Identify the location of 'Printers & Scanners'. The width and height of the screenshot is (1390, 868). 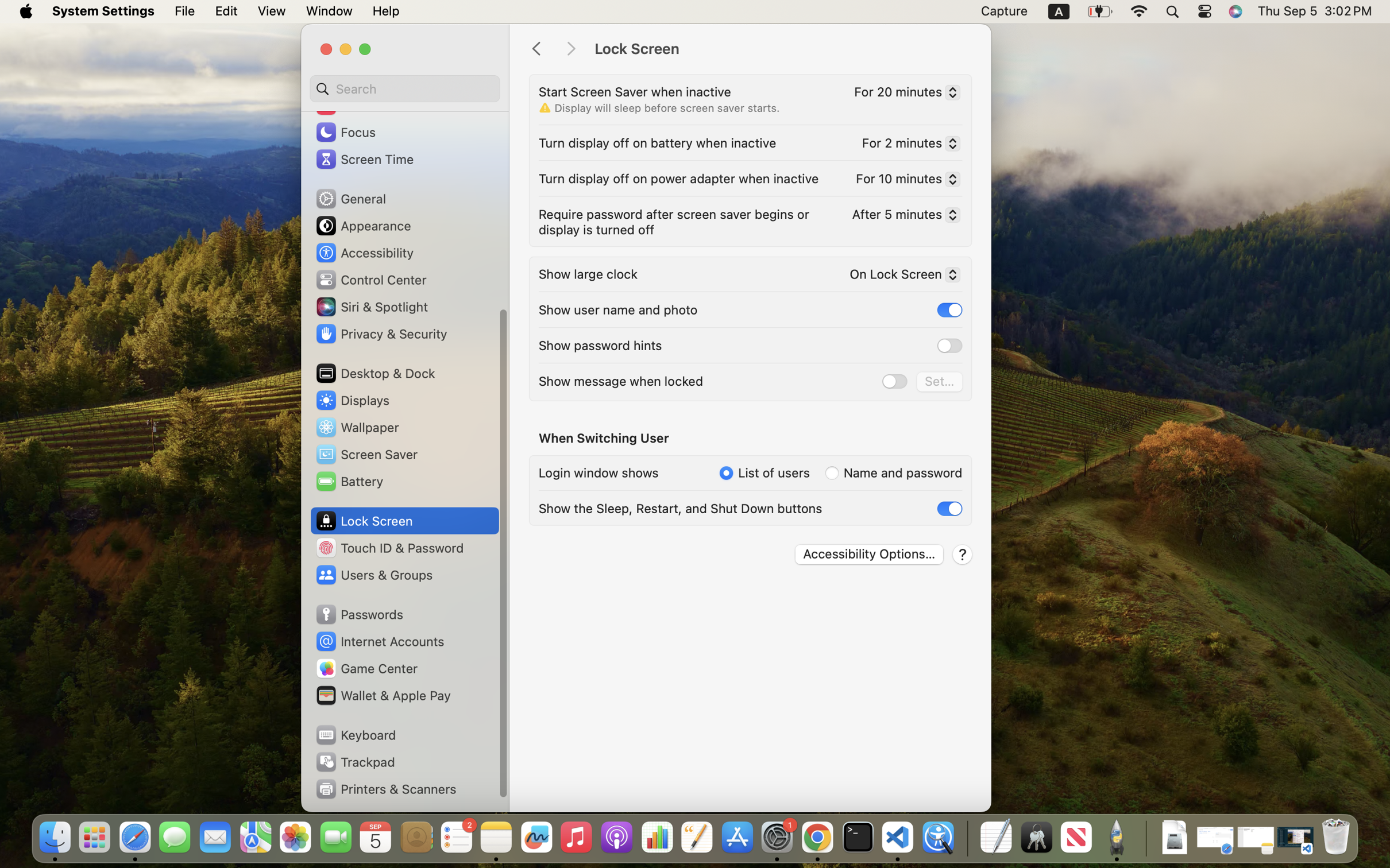
(385, 788).